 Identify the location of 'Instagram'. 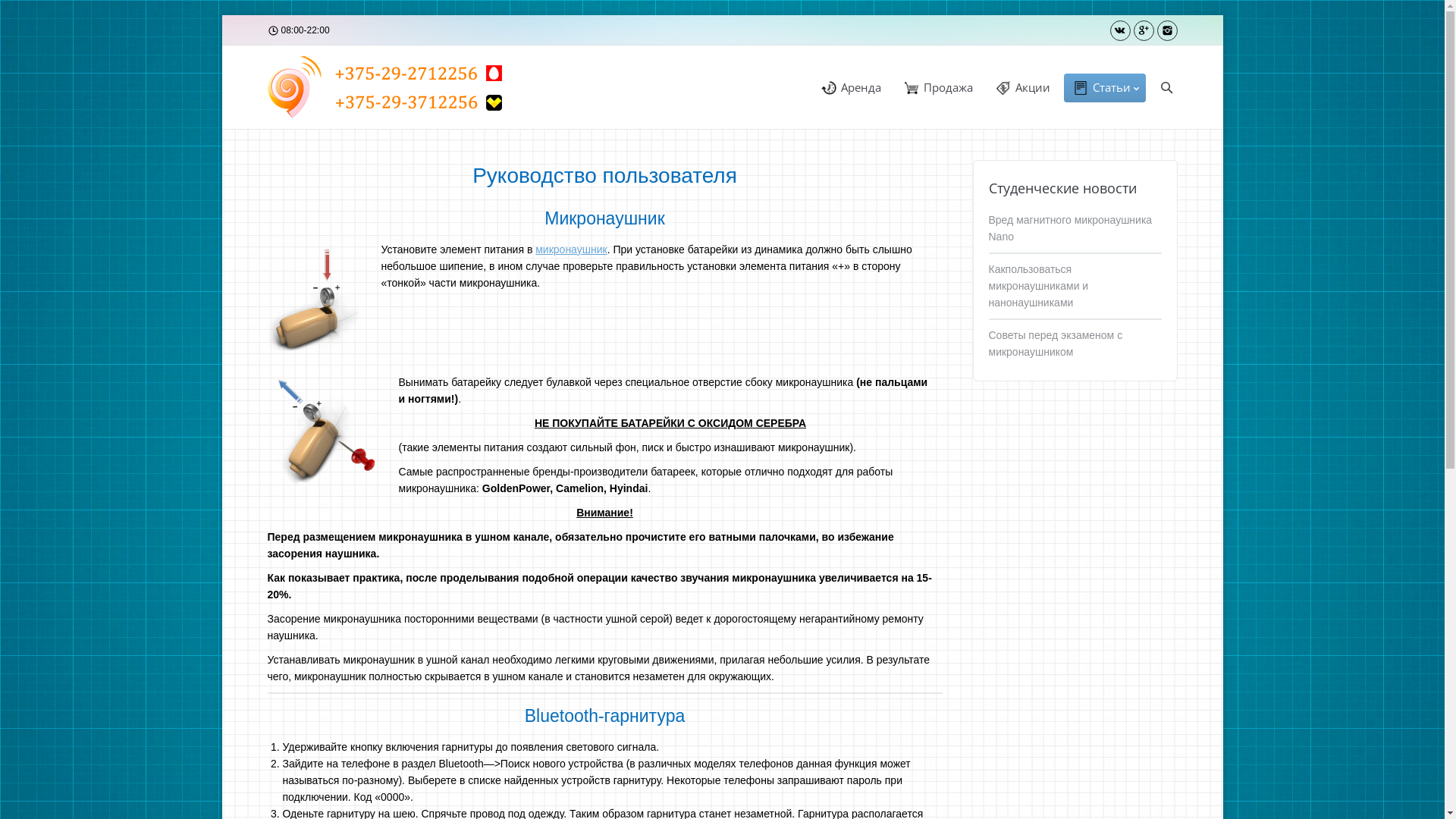
(1166, 30).